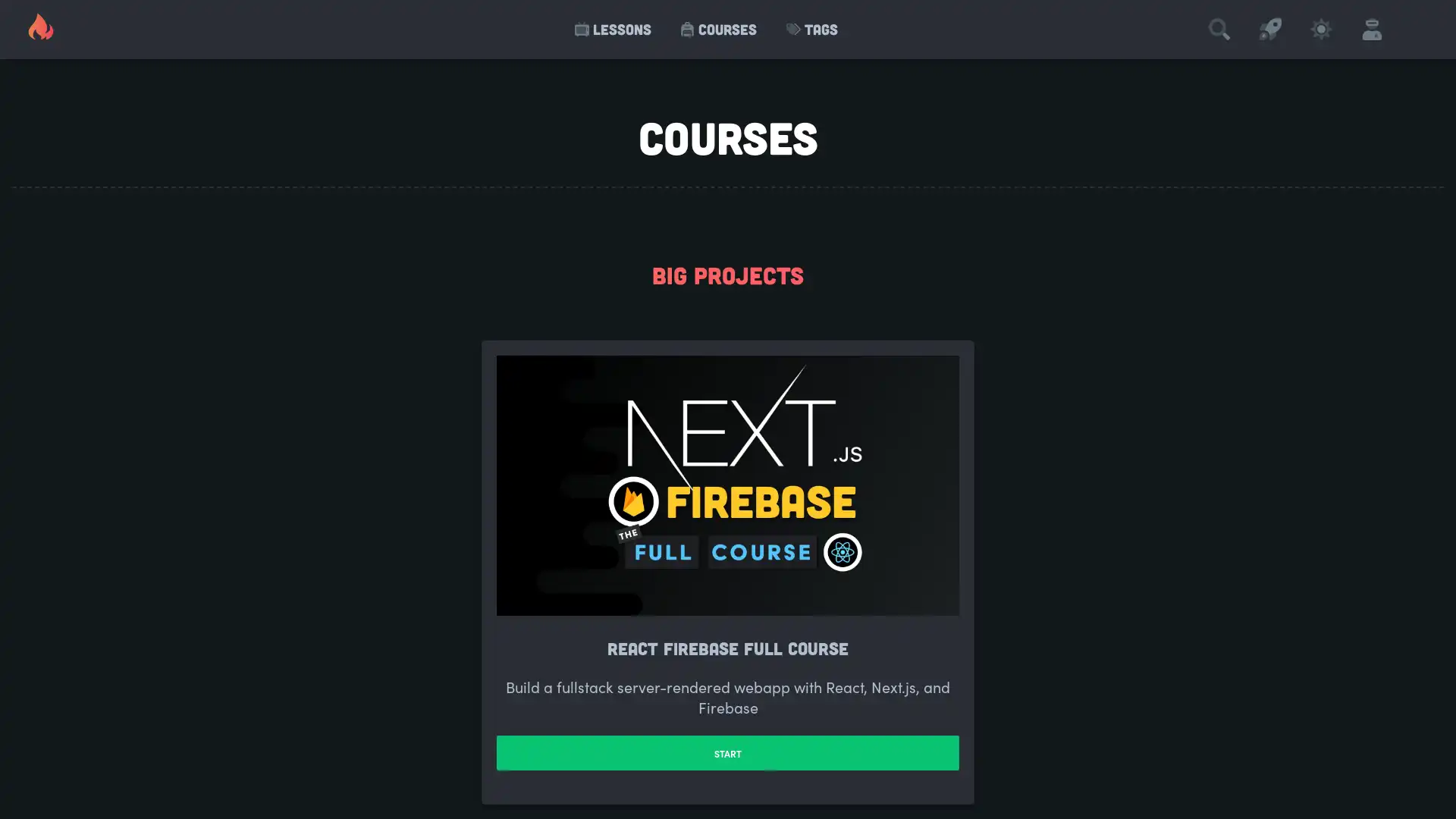 This screenshot has width=1456, height=819. What do you see at coordinates (728, 758) in the screenshot?
I see `START` at bounding box center [728, 758].